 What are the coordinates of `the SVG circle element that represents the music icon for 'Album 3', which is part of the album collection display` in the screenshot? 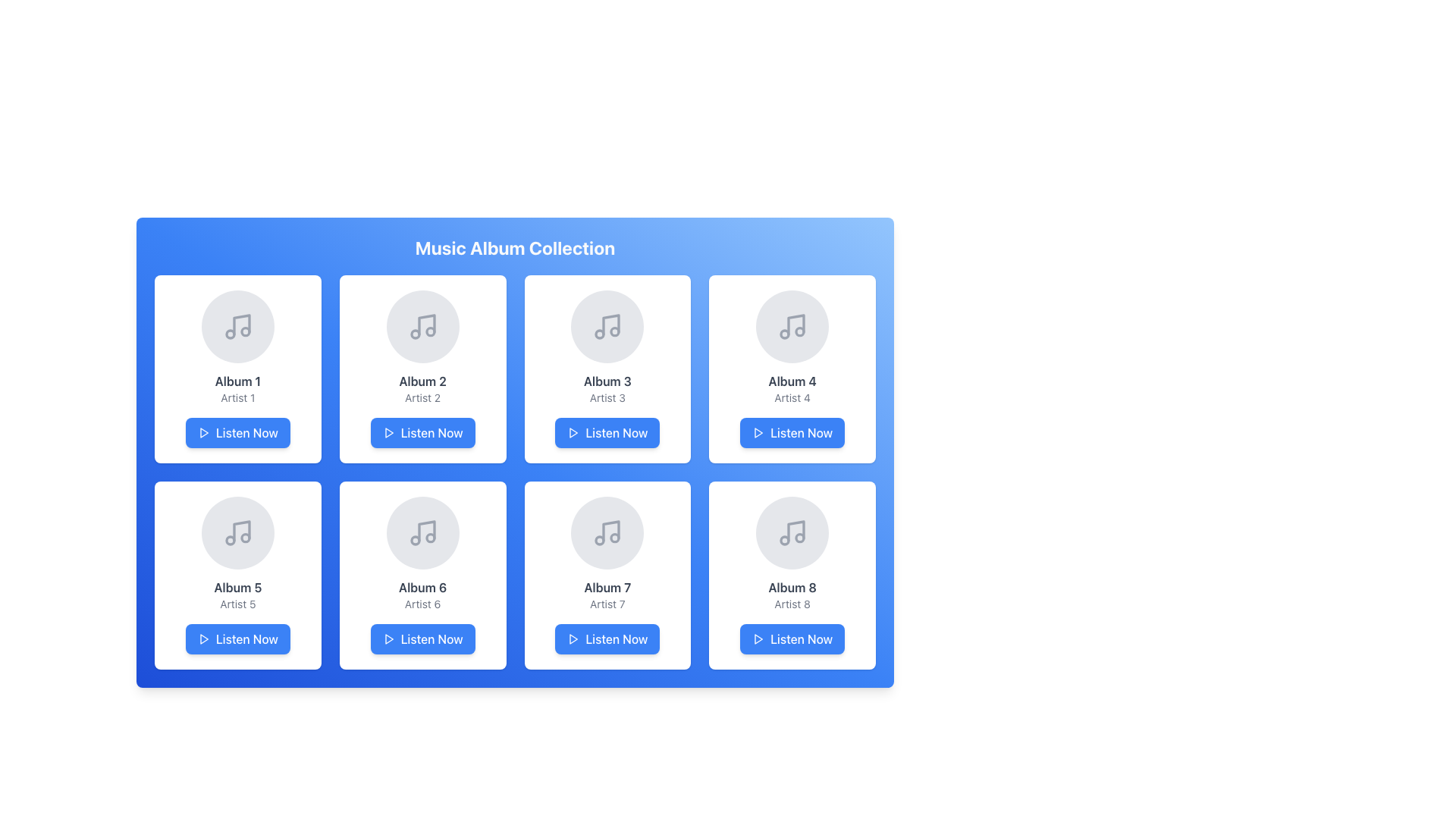 It's located at (599, 333).